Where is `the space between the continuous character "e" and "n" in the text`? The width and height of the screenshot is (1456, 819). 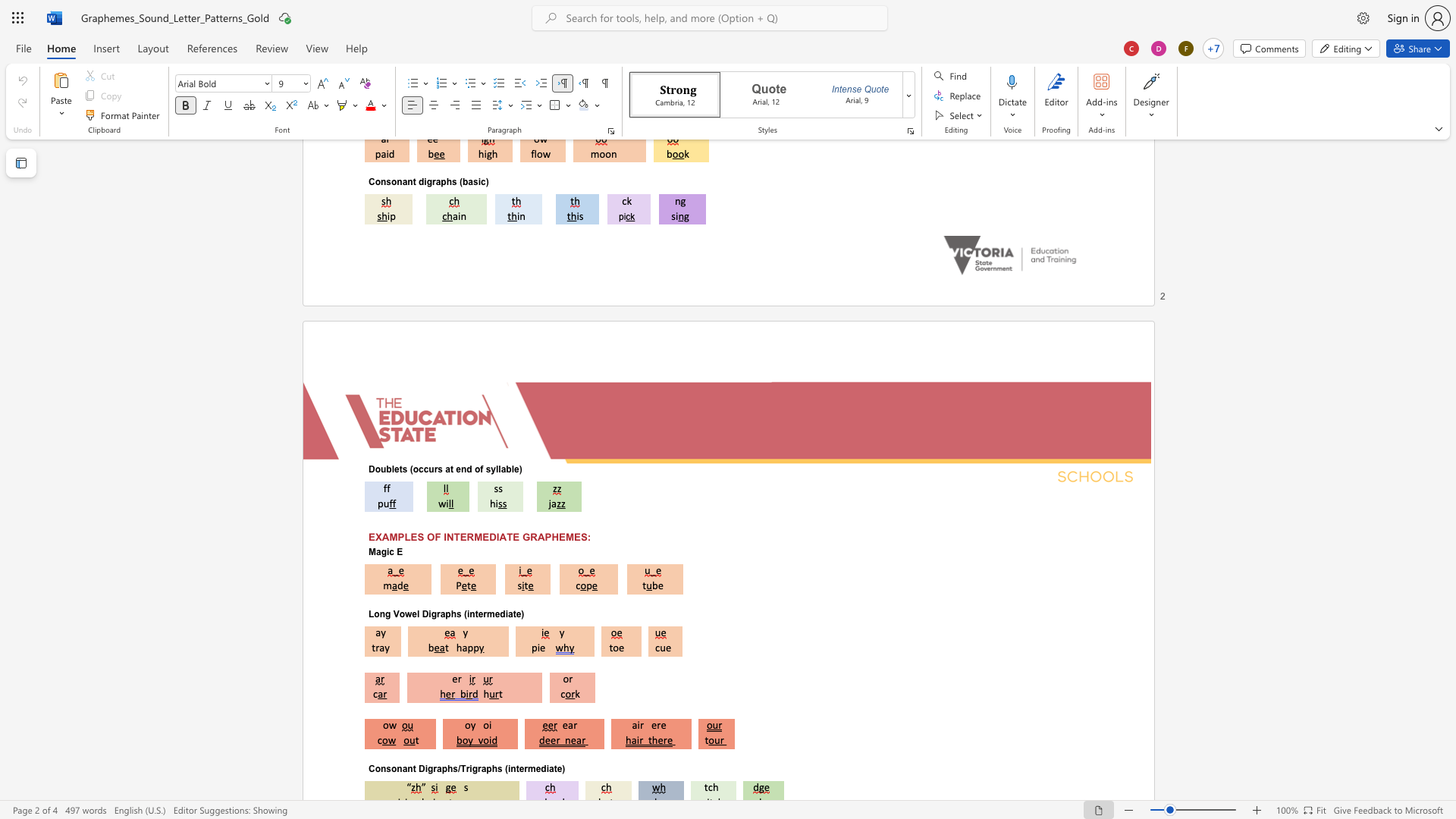 the space between the continuous character "e" and "n" in the text is located at coordinates (460, 468).